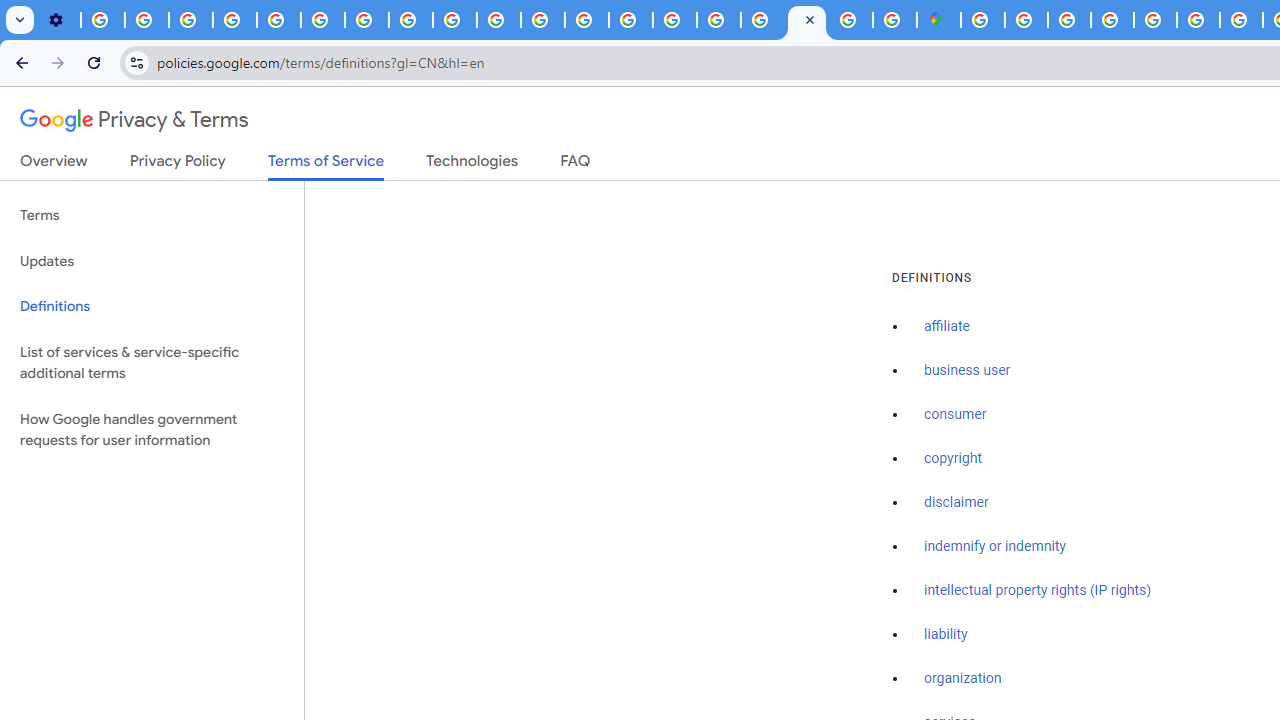 The image size is (1280, 720). Describe the element at coordinates (58, 20) in the screenshot. I see `'Settings - Customize profile'` at that location.